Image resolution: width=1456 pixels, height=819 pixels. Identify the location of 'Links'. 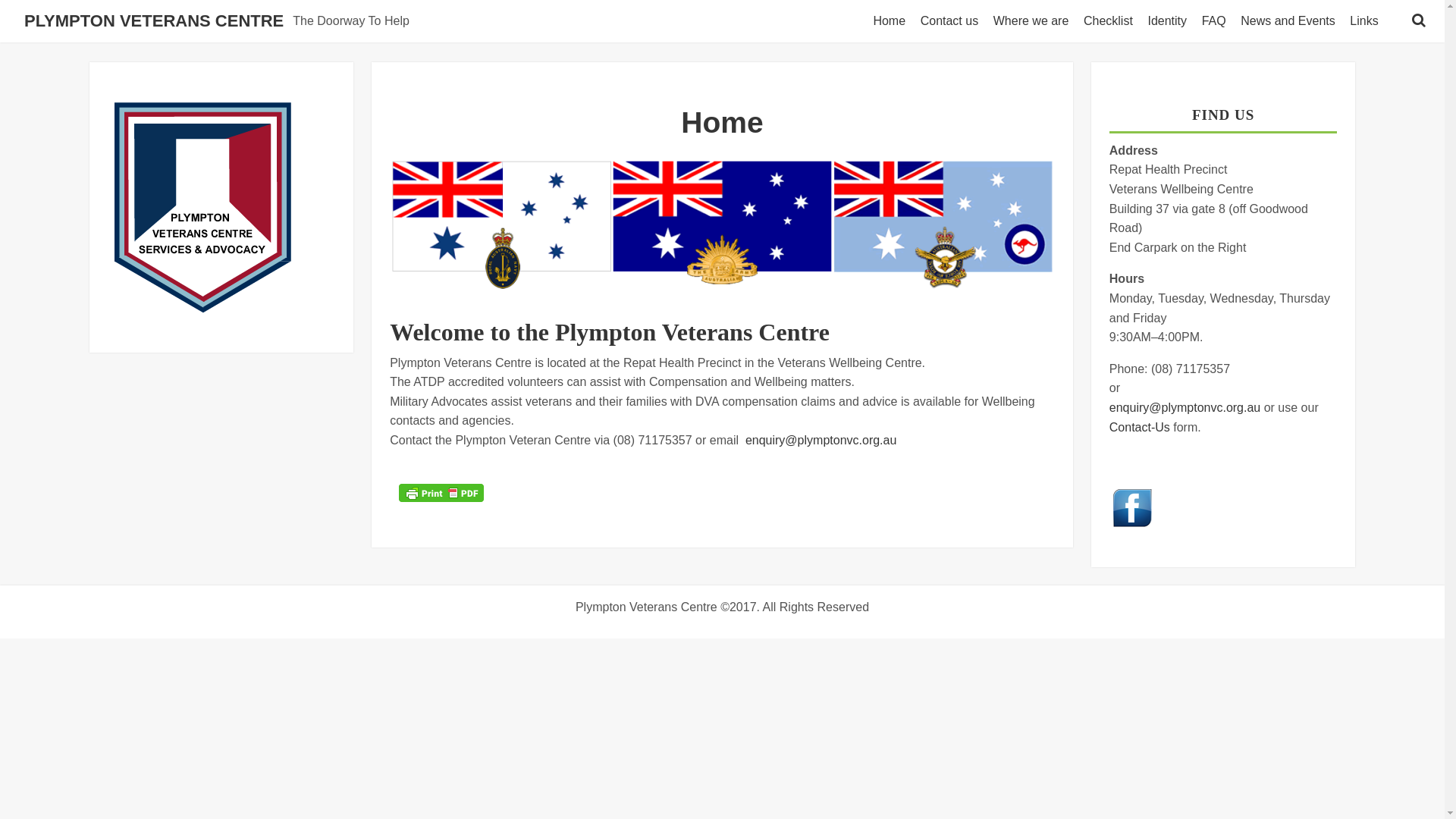
(1367, 20).